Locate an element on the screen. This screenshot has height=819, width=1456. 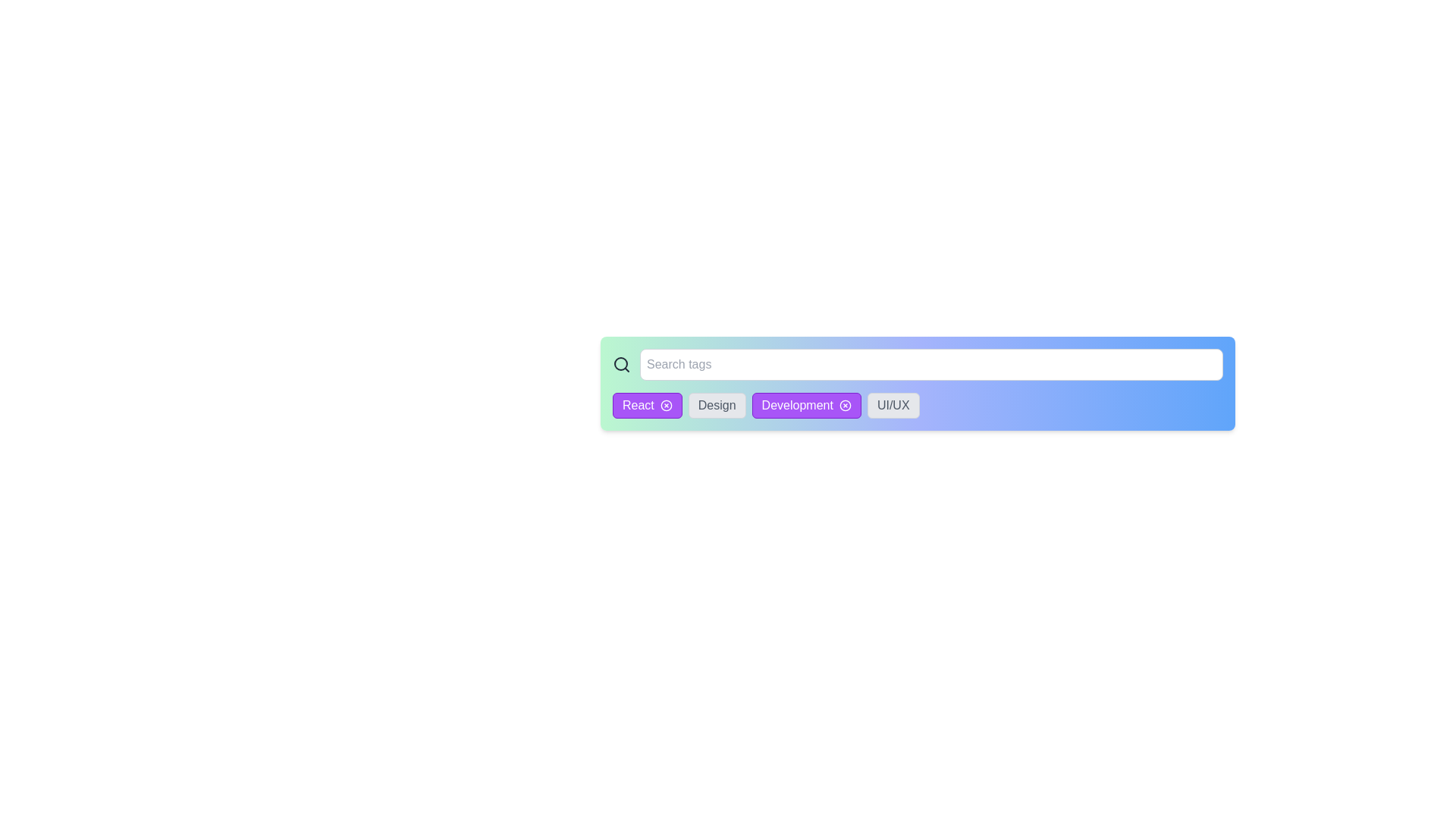
the tag with label Design to observe its hover effect is located at coordinates (716, 405).